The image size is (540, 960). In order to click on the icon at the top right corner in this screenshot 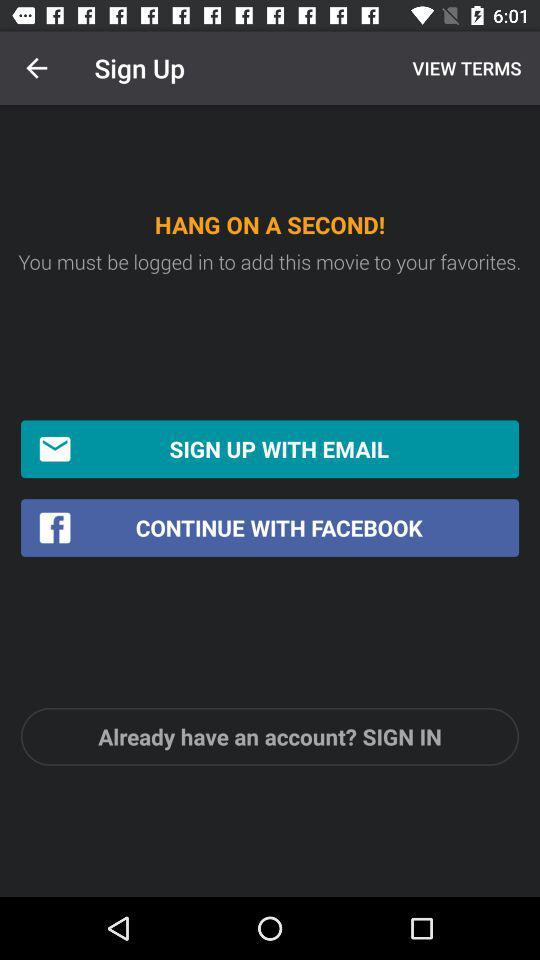, I will do `click(464, 68)`.